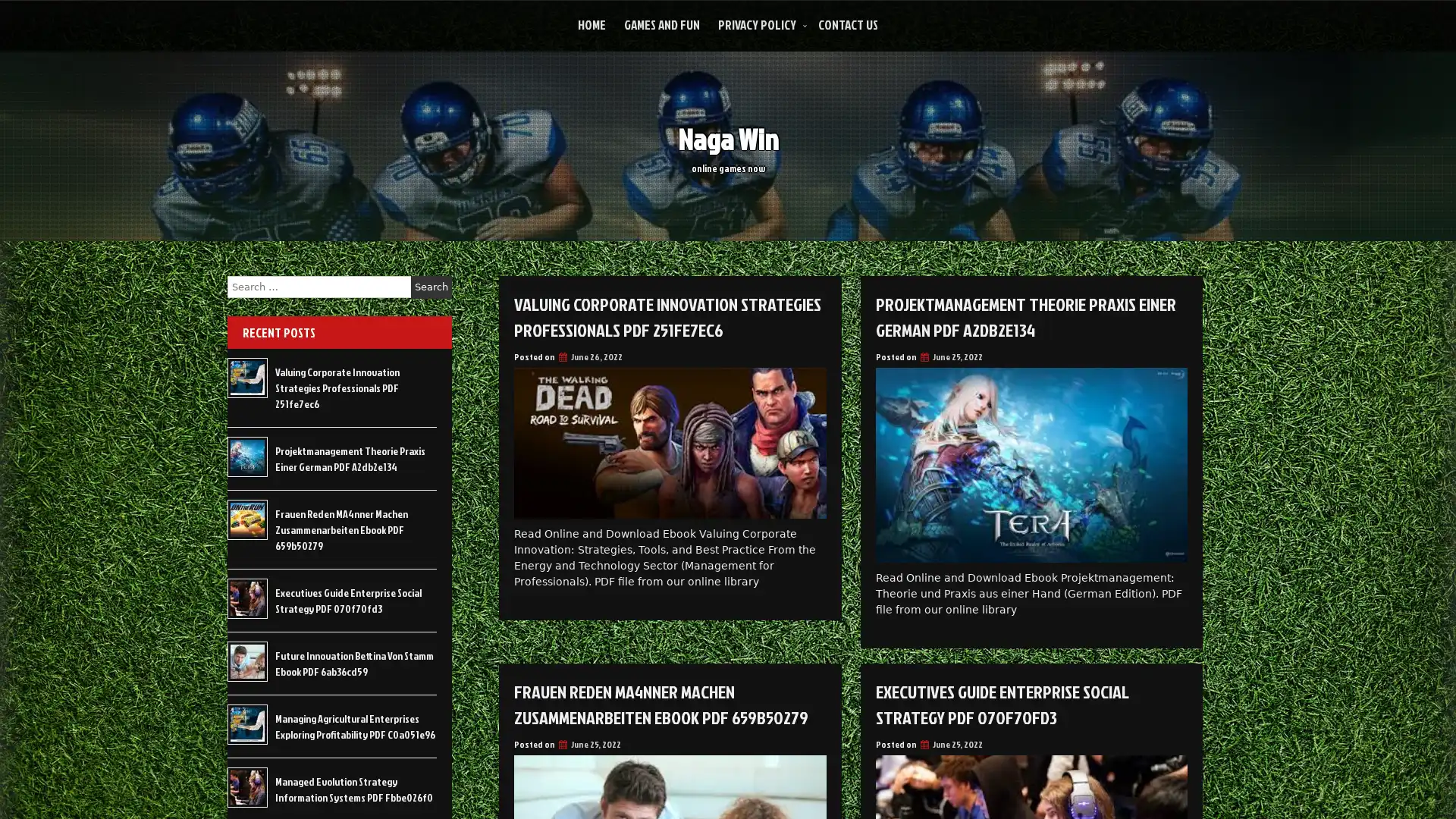 The image size is (1456, 819). What do you see at coordinates (431, 287) in the screenshot?
I see `Search` at bounding box center [431, 287].